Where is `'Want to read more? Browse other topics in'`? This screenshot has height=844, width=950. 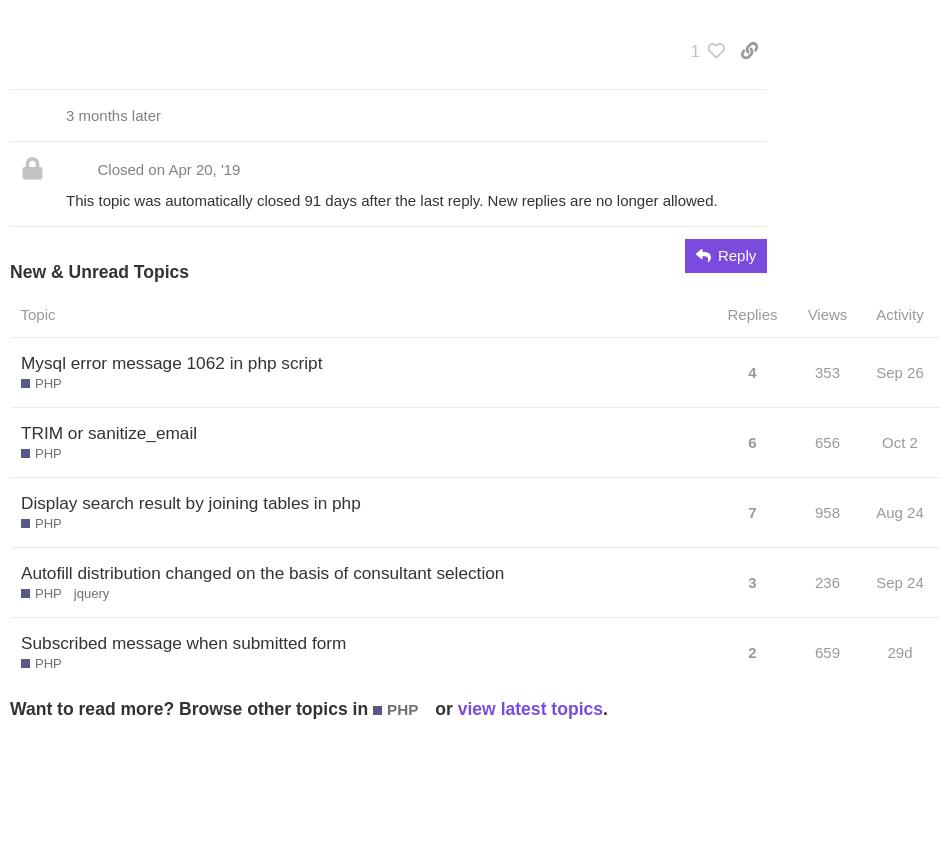 'Want to read more? Browse other topics in' is located at coordinates (191, 707).